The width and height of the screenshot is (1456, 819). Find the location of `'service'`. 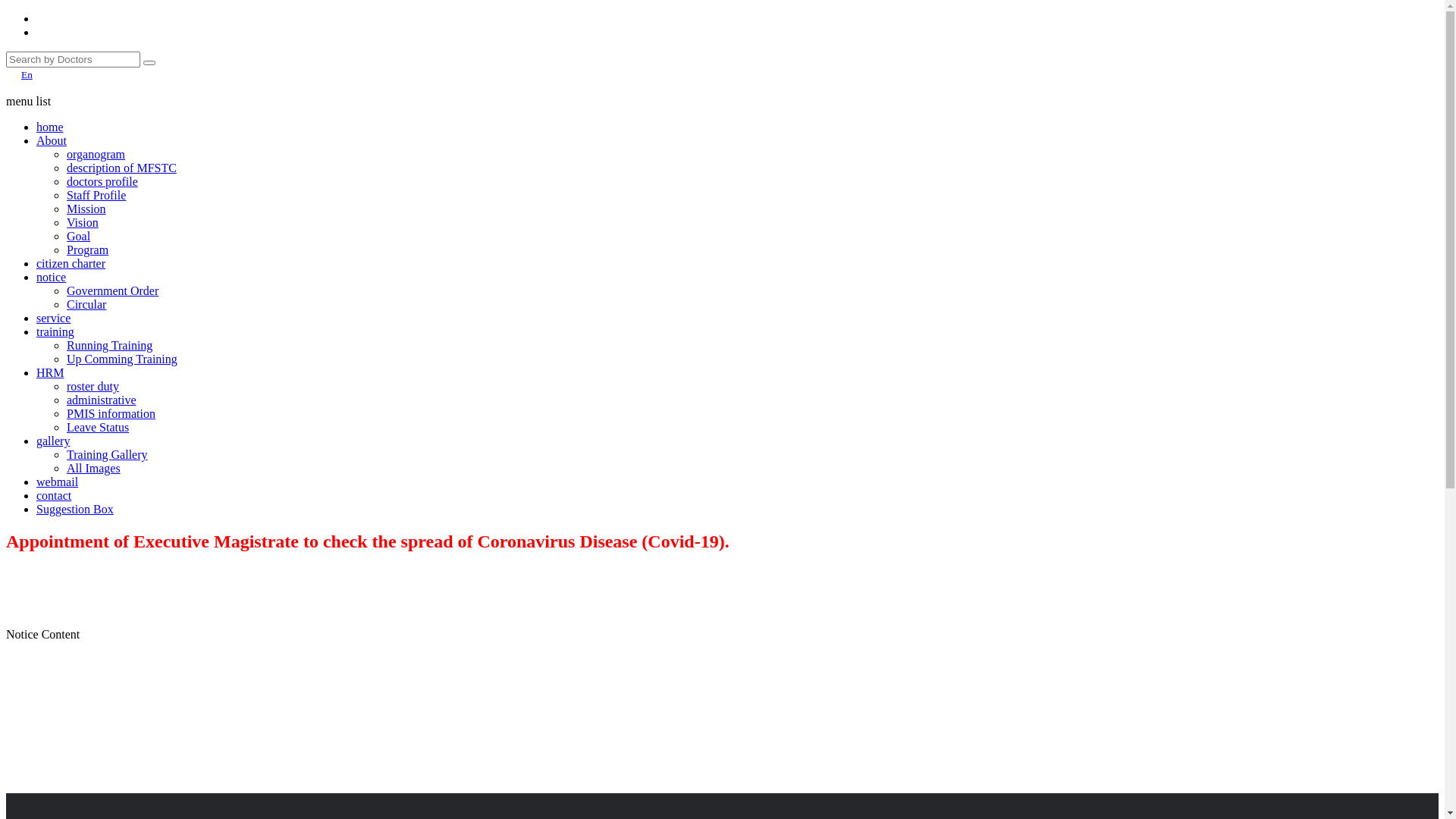

'service' is located at coordinates (53, 317).